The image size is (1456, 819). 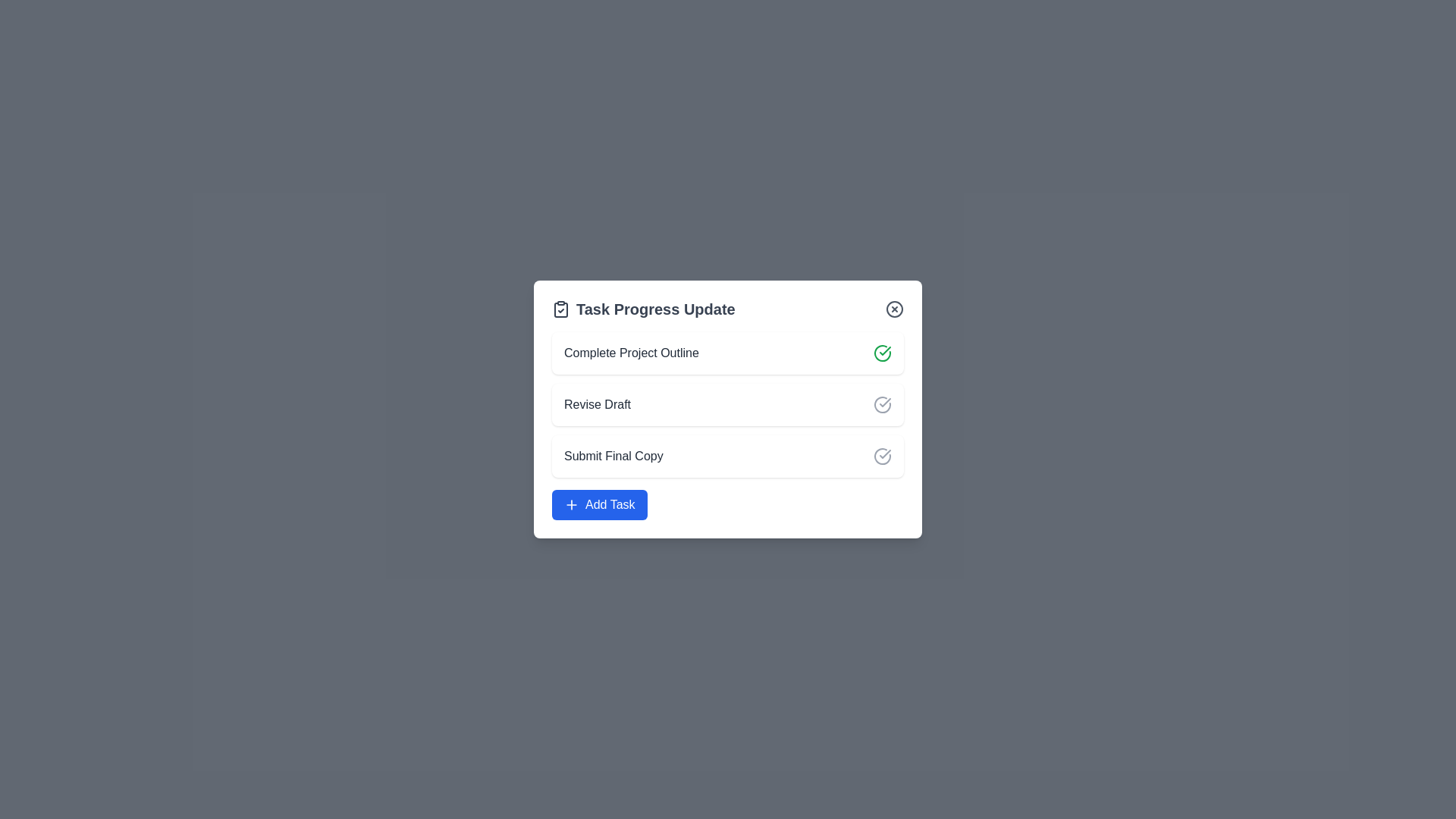 I want to click on the icon representing 'Task Progress Update' located at the far-left end of the header section of the card, so click(x=560, y=309).